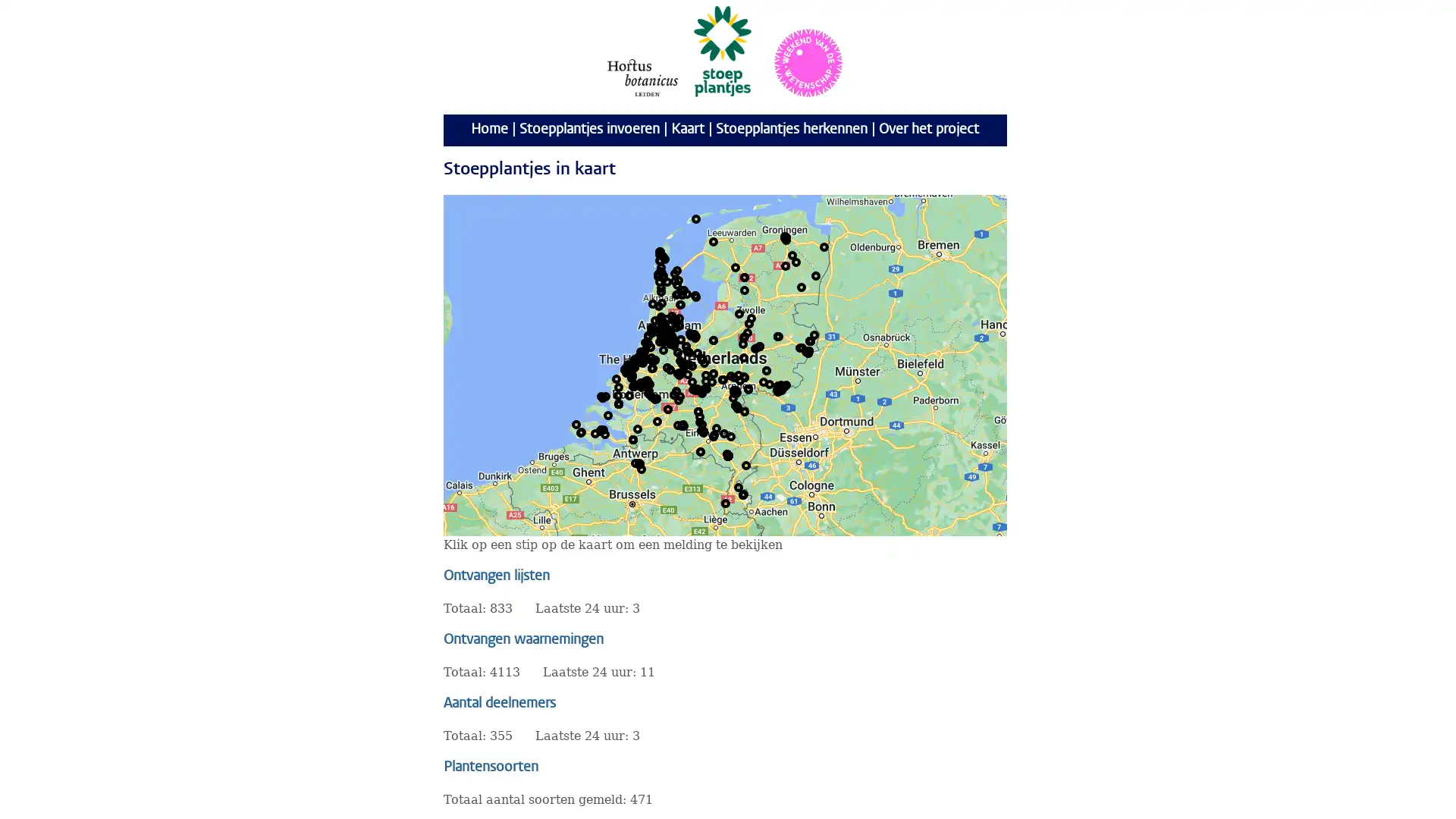 This screenshot has height=819, width=1456. What do you see at coordinates (669, 333) in the screenshot?
I see `Telling van Tom op 14 april 2022` at bounding box center [669, 333].